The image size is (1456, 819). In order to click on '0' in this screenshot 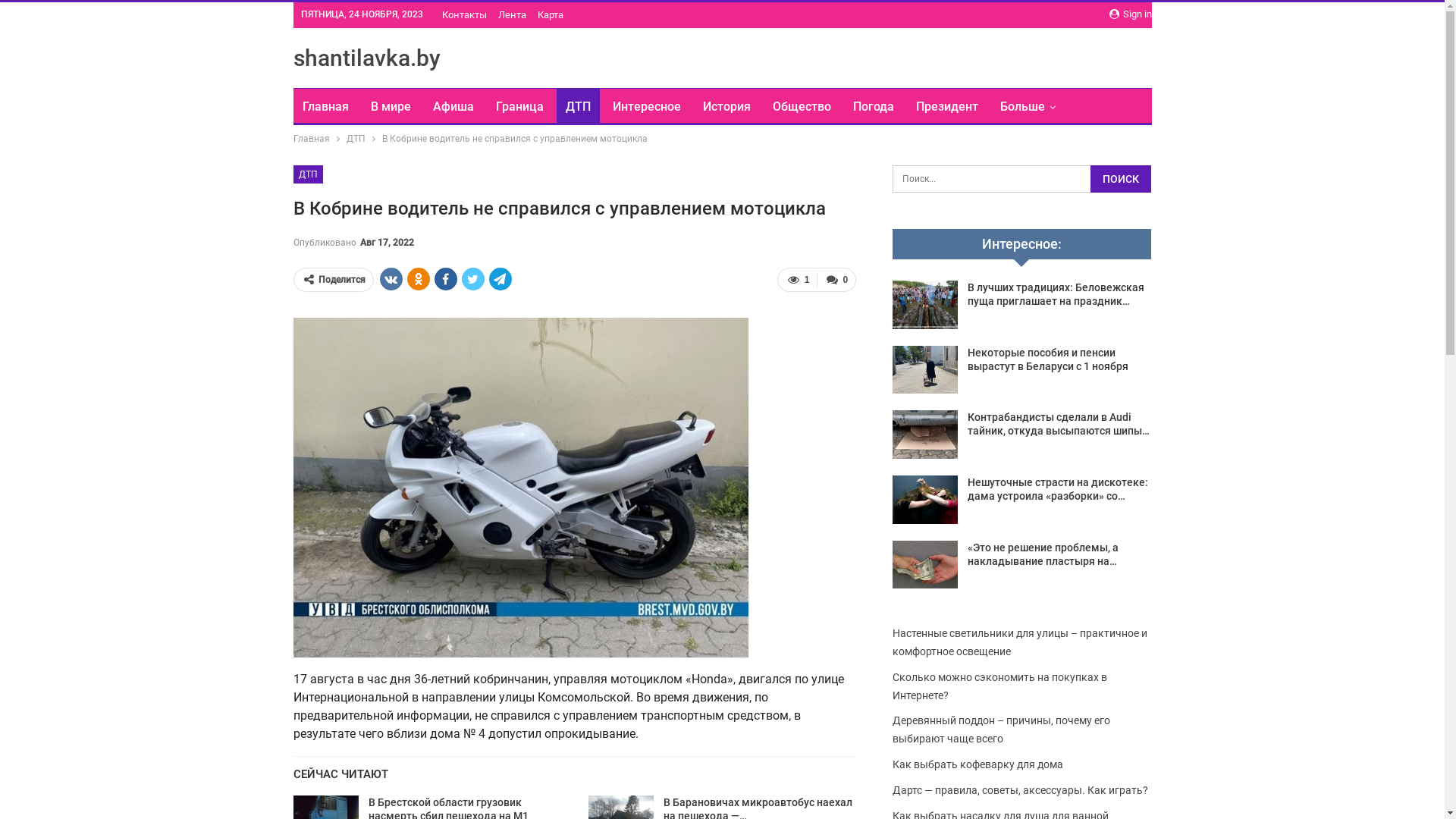, I will do `click(836, 280)`.